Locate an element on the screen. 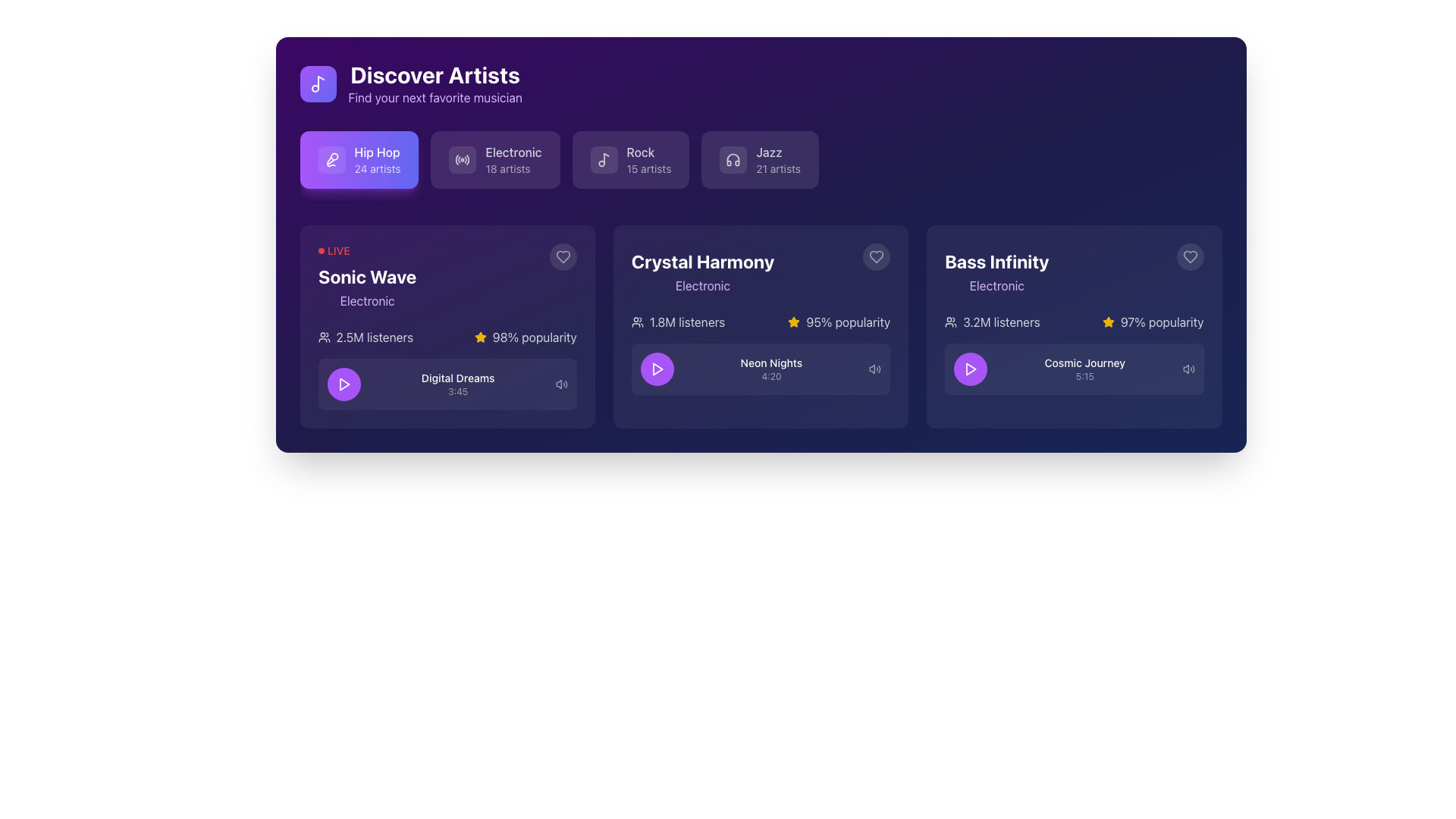  the Display component that shows the title and duration of a track, located in the last card under the 'Bass Infinity' heading, to interact with its associated functionality is located at coordinates (1073, 353).